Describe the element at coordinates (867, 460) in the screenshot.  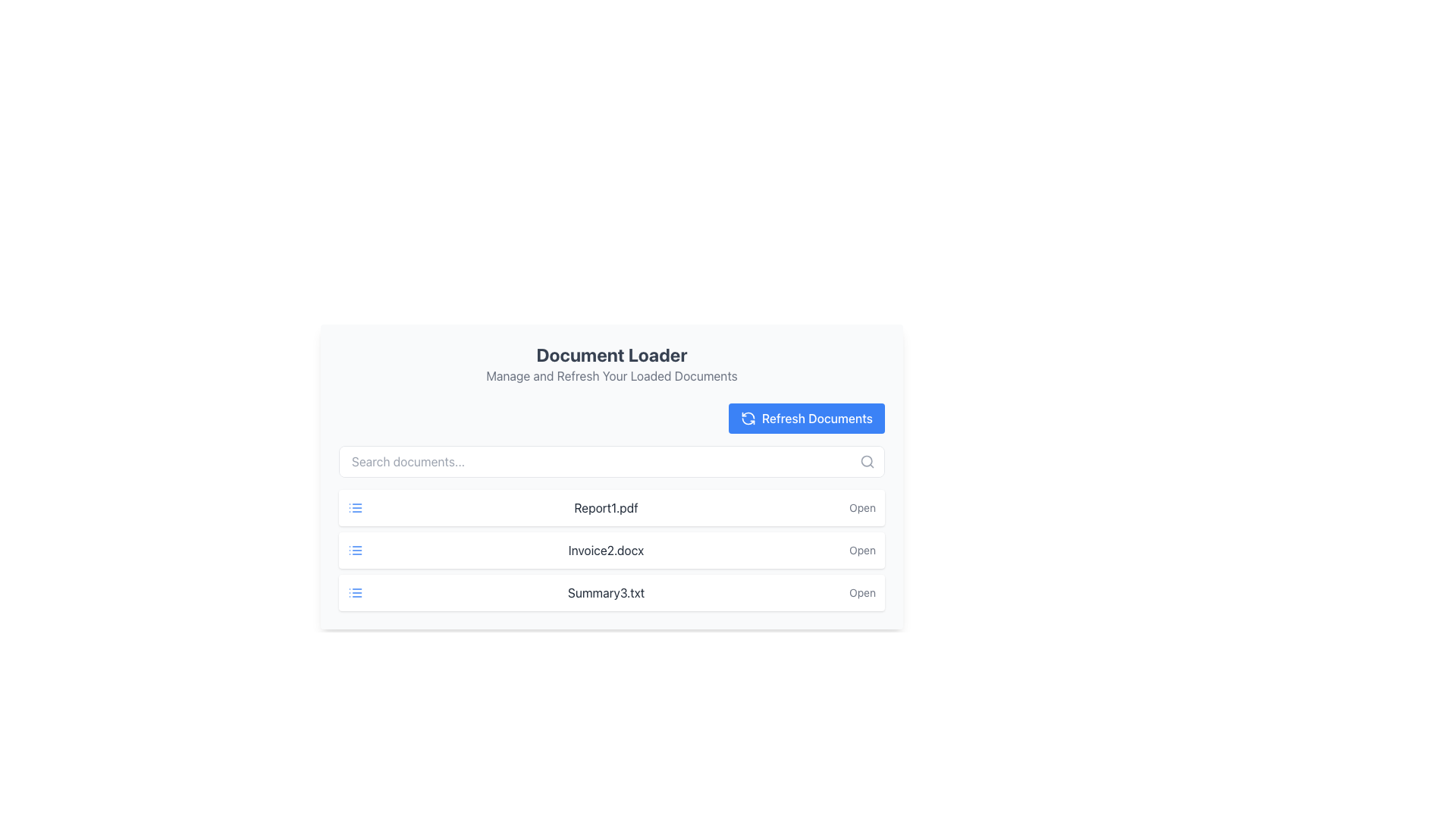
I see `the inner circle of the magnifying glass icon located to the right of the text input field in the search bar` at that location.